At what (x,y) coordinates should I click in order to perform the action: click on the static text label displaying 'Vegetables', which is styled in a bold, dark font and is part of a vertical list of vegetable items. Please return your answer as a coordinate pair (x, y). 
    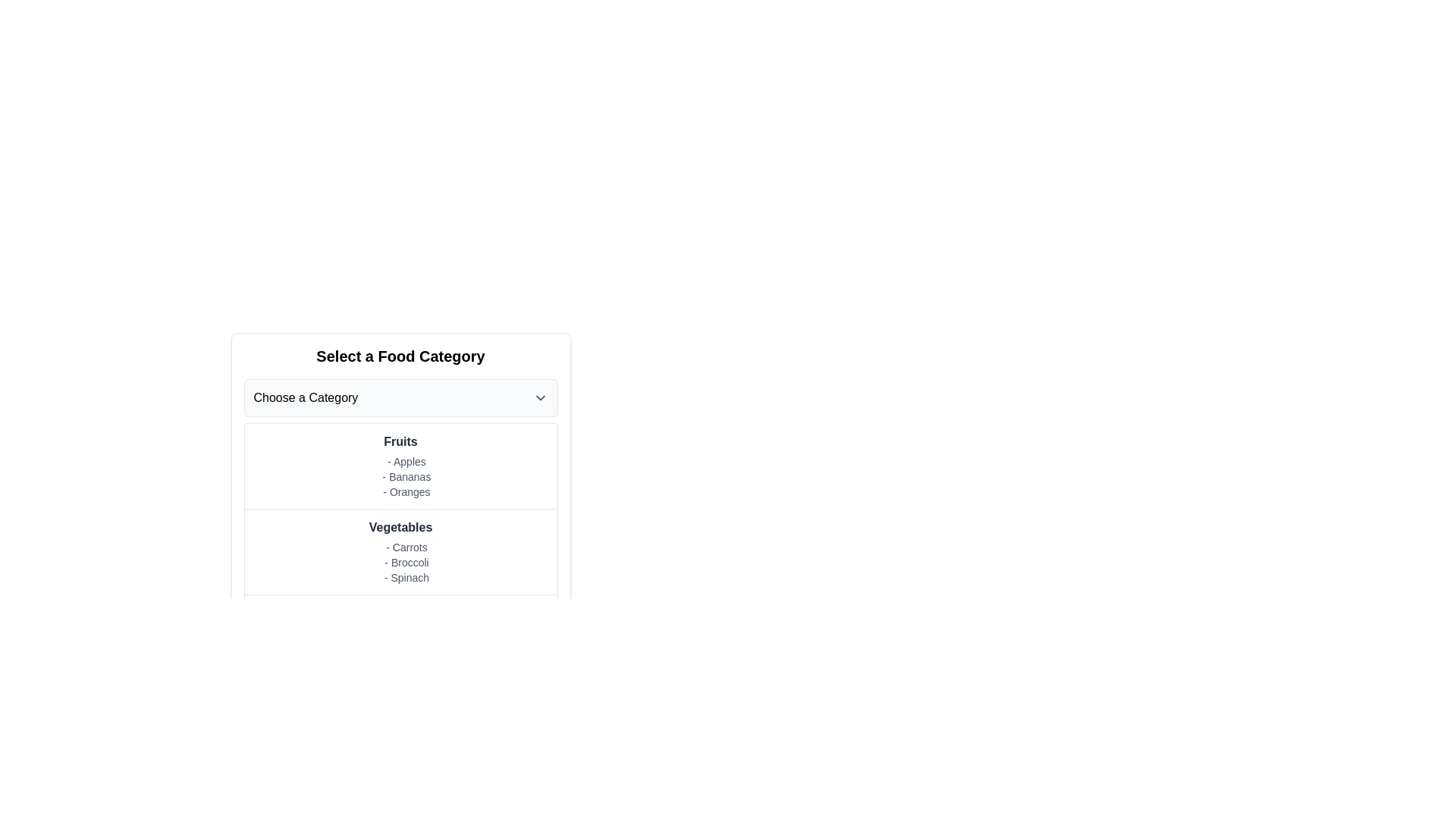
    Looking at the image, I should click on (400, 526).